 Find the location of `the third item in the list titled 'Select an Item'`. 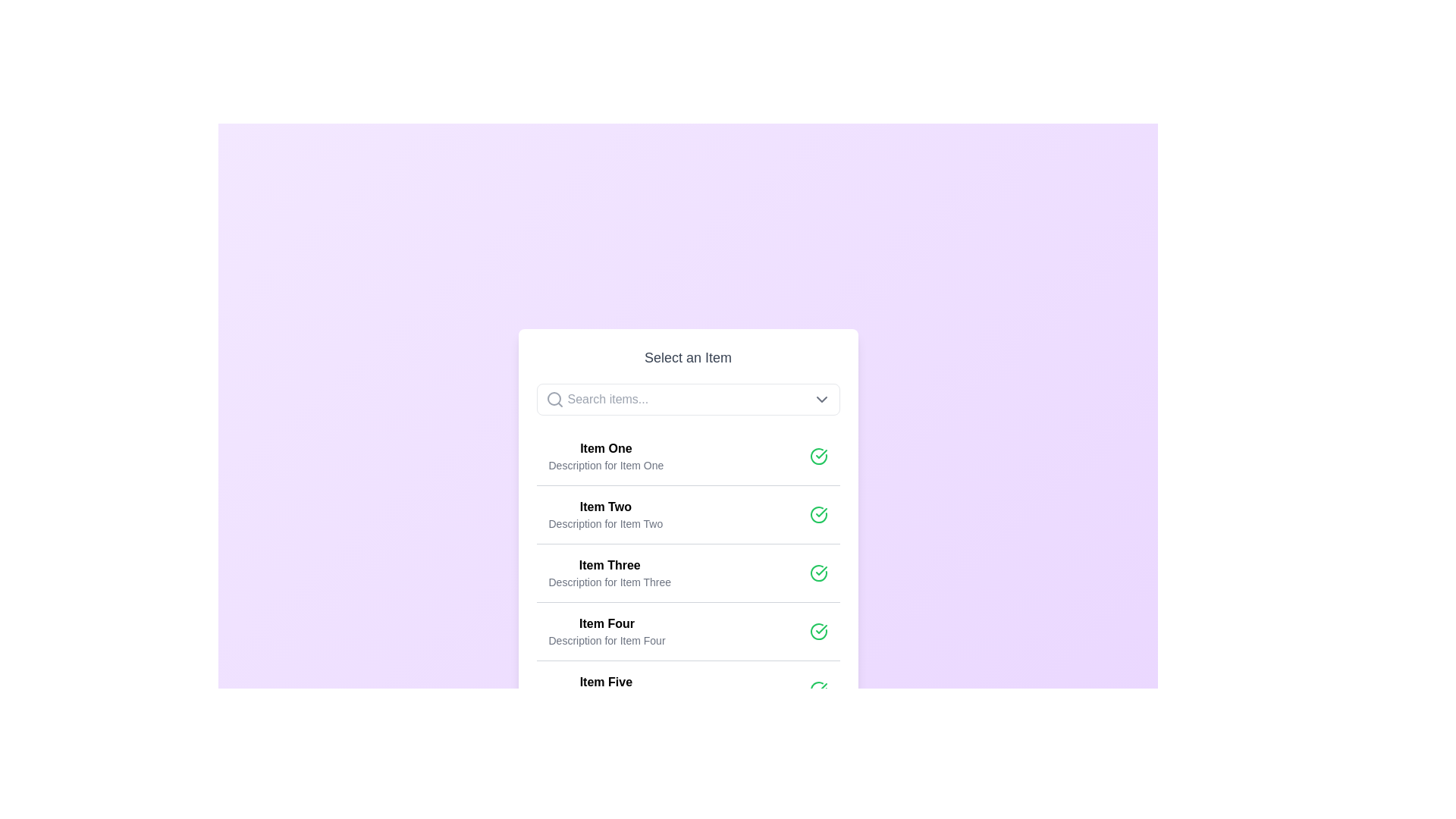

the third item in the list titled 'Select an Item' is located at coordinates (687, 573).